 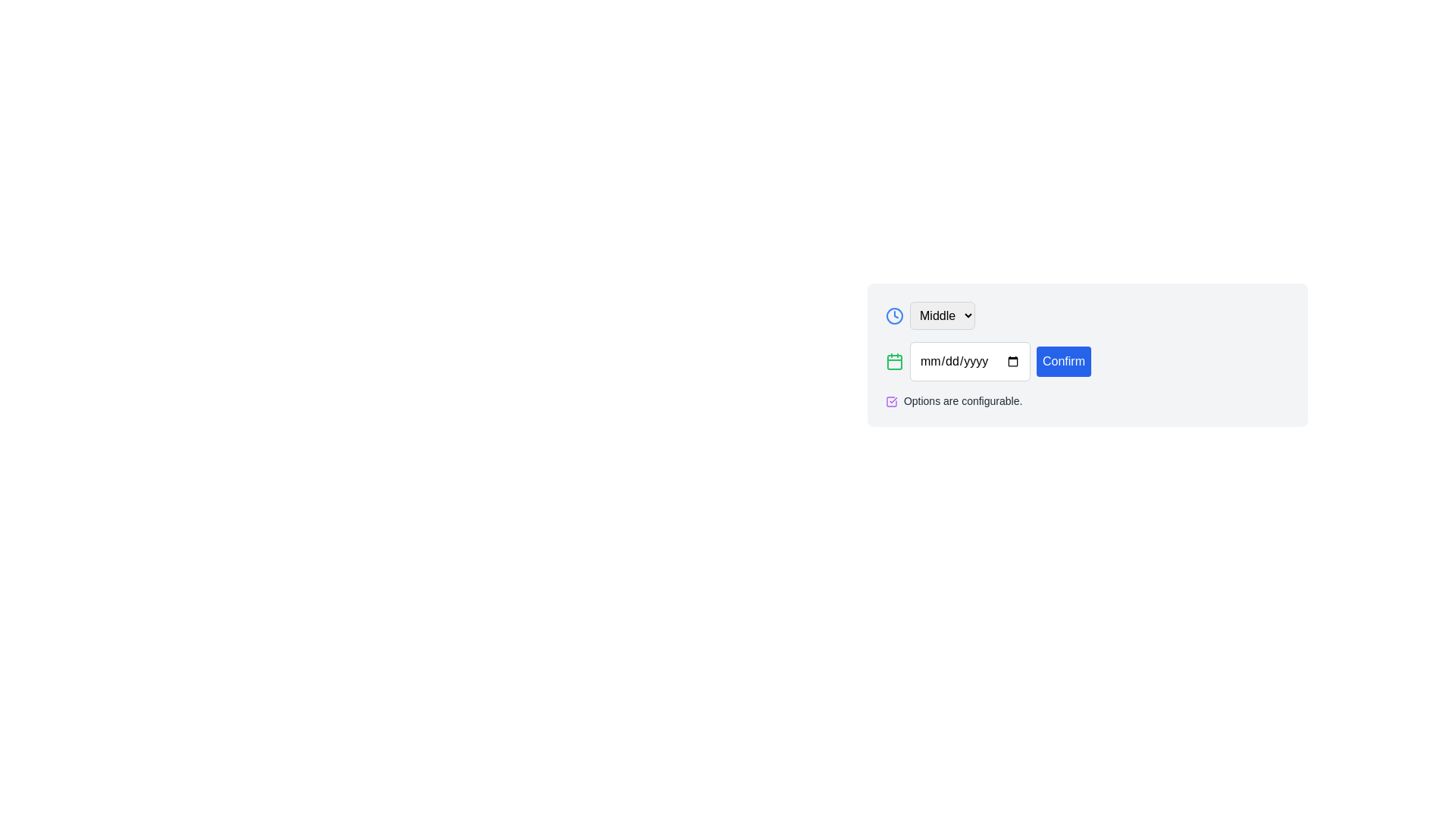 I want to click on the 'Confirm' button, which has a blue background and white text, located in a form layout adjacent to a date input field, so click(x=1087, y=380).